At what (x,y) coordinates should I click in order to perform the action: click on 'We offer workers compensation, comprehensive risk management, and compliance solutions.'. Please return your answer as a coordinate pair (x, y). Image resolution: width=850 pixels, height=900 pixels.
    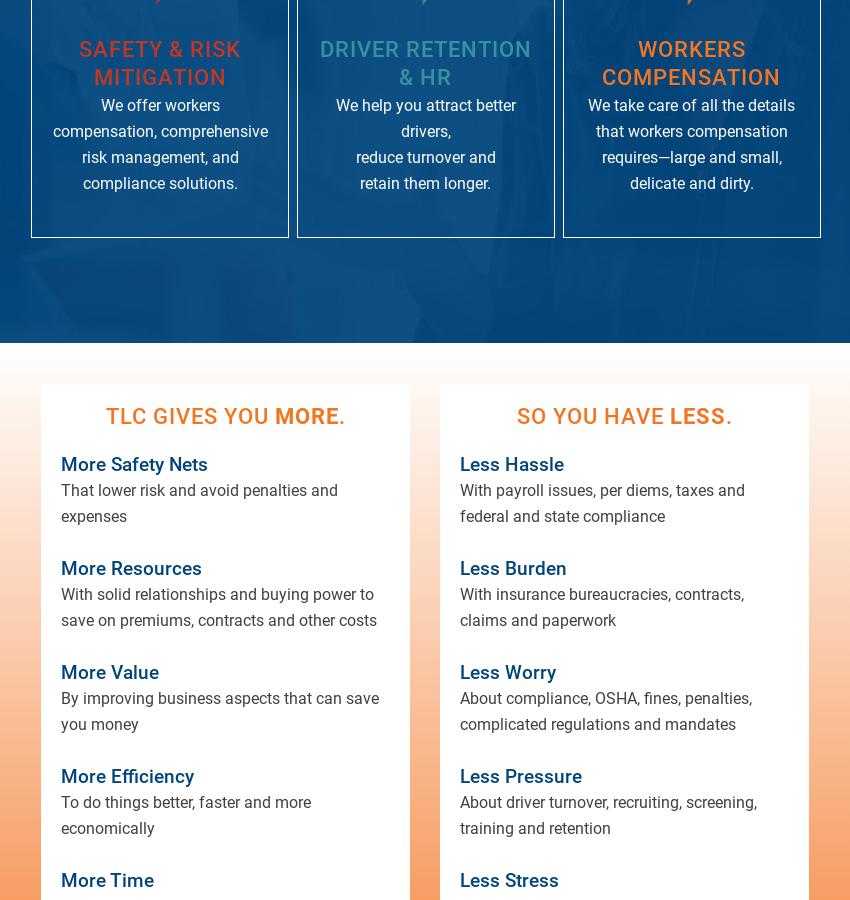
    Looking at the image, I should click on (159, 144).